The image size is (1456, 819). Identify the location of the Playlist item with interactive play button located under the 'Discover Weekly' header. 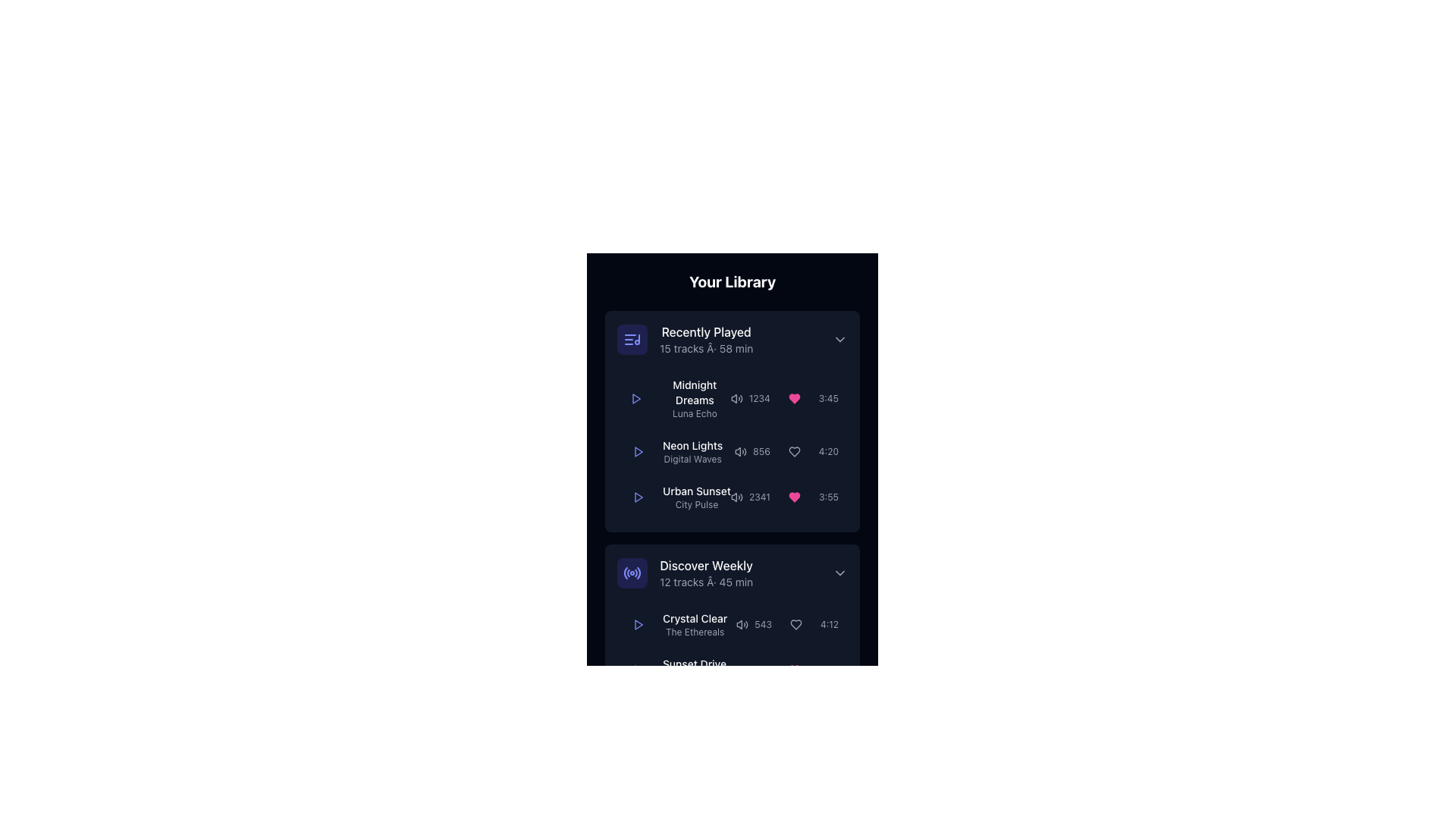
(732, 652).